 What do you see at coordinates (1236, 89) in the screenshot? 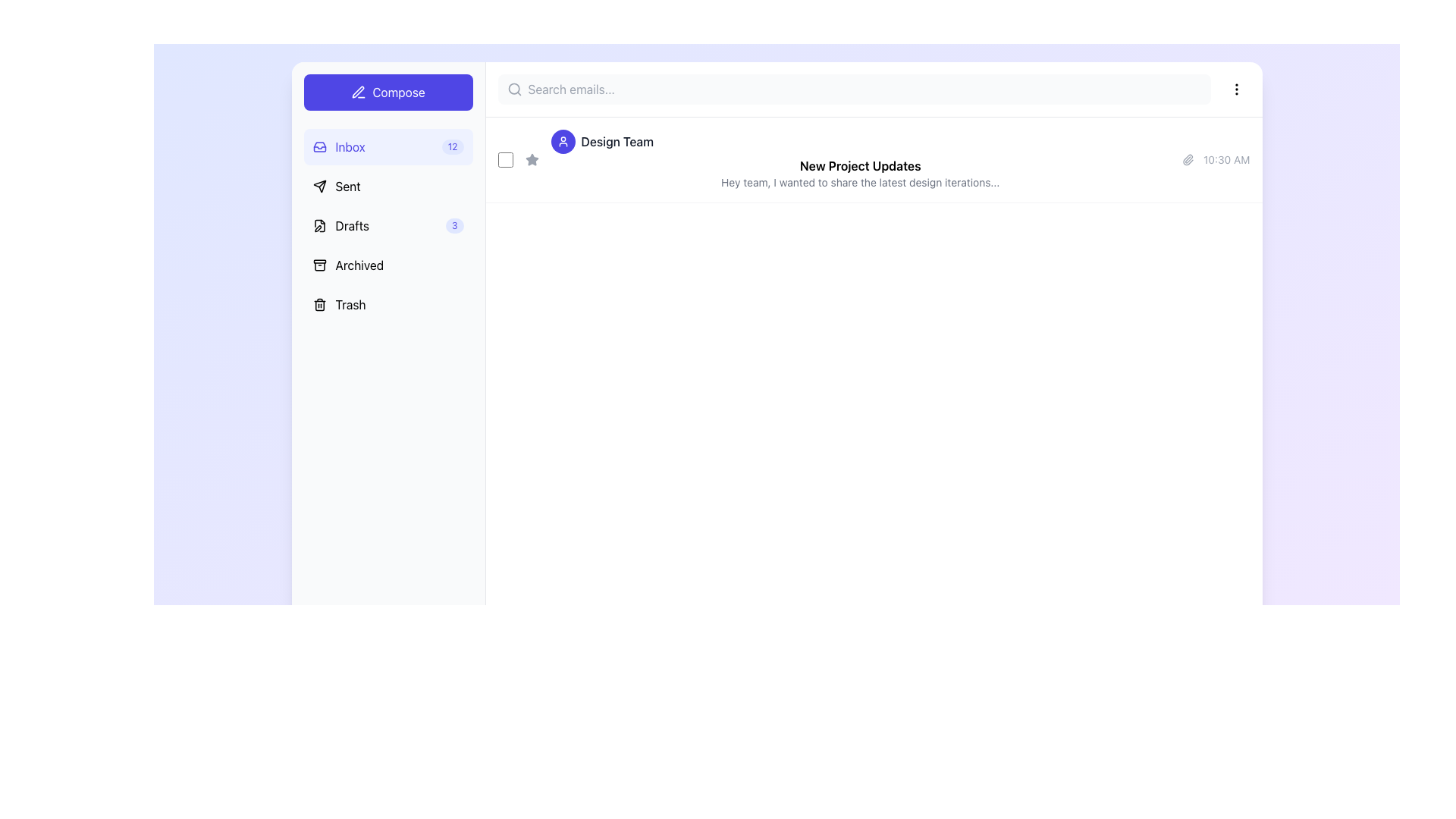
I see `the vertical ellipsis menu icon button in the upper right corner` at bounding box center [1236, 89].